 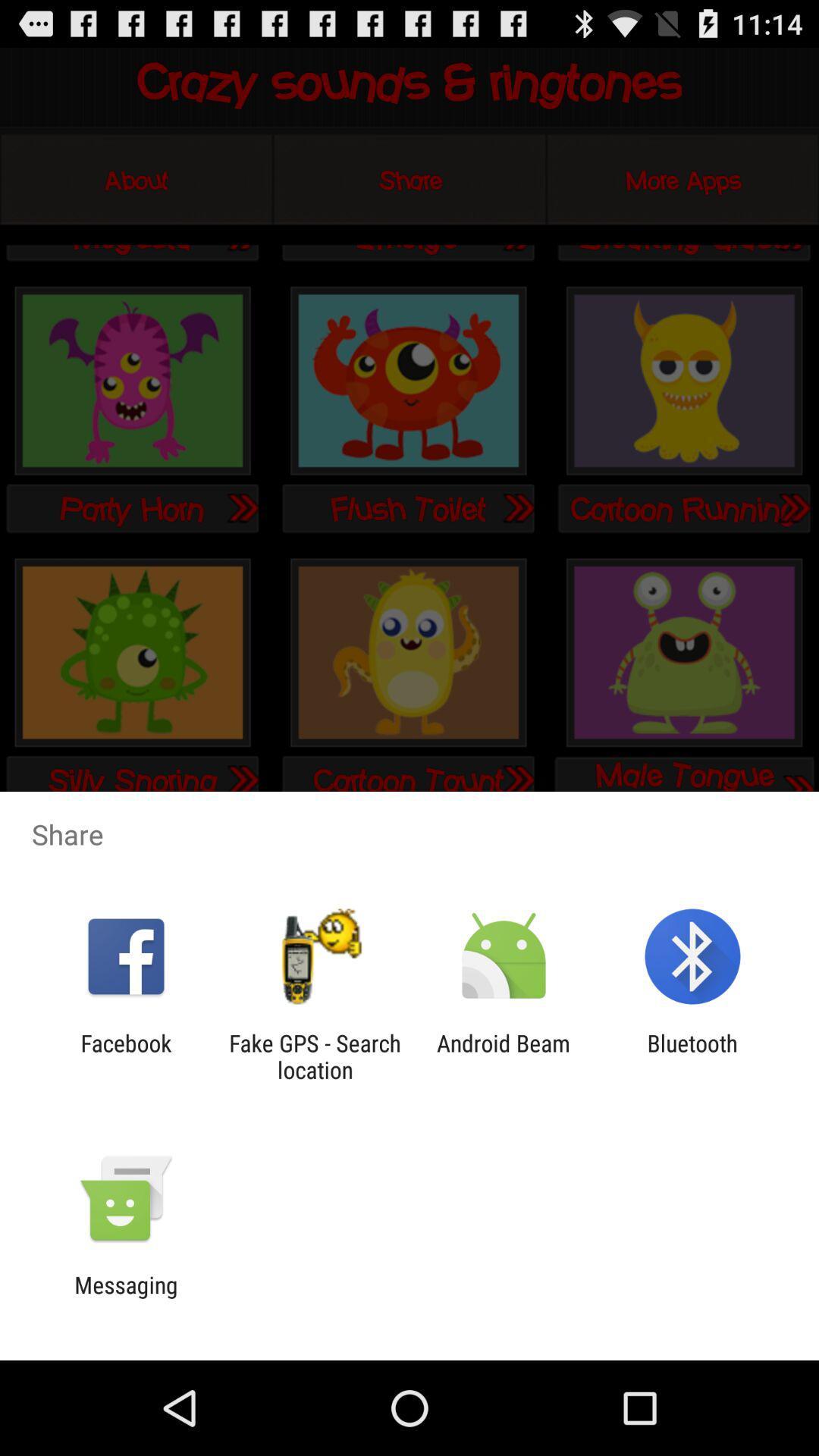 I want to click on the app to the right of the facebook item, so click(x=314, y=1056).